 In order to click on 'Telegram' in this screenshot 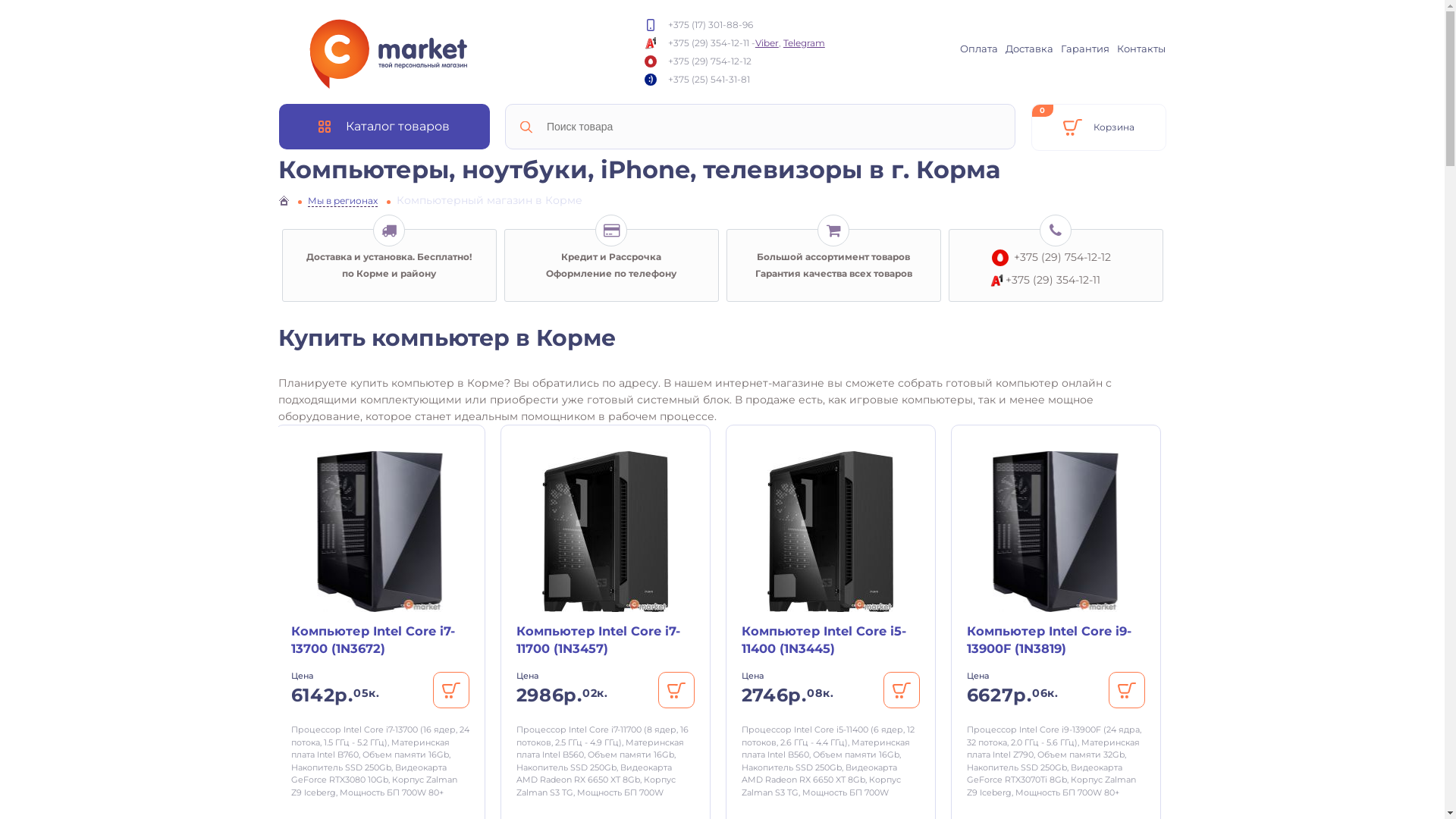, I will do `click(803, 41)`.